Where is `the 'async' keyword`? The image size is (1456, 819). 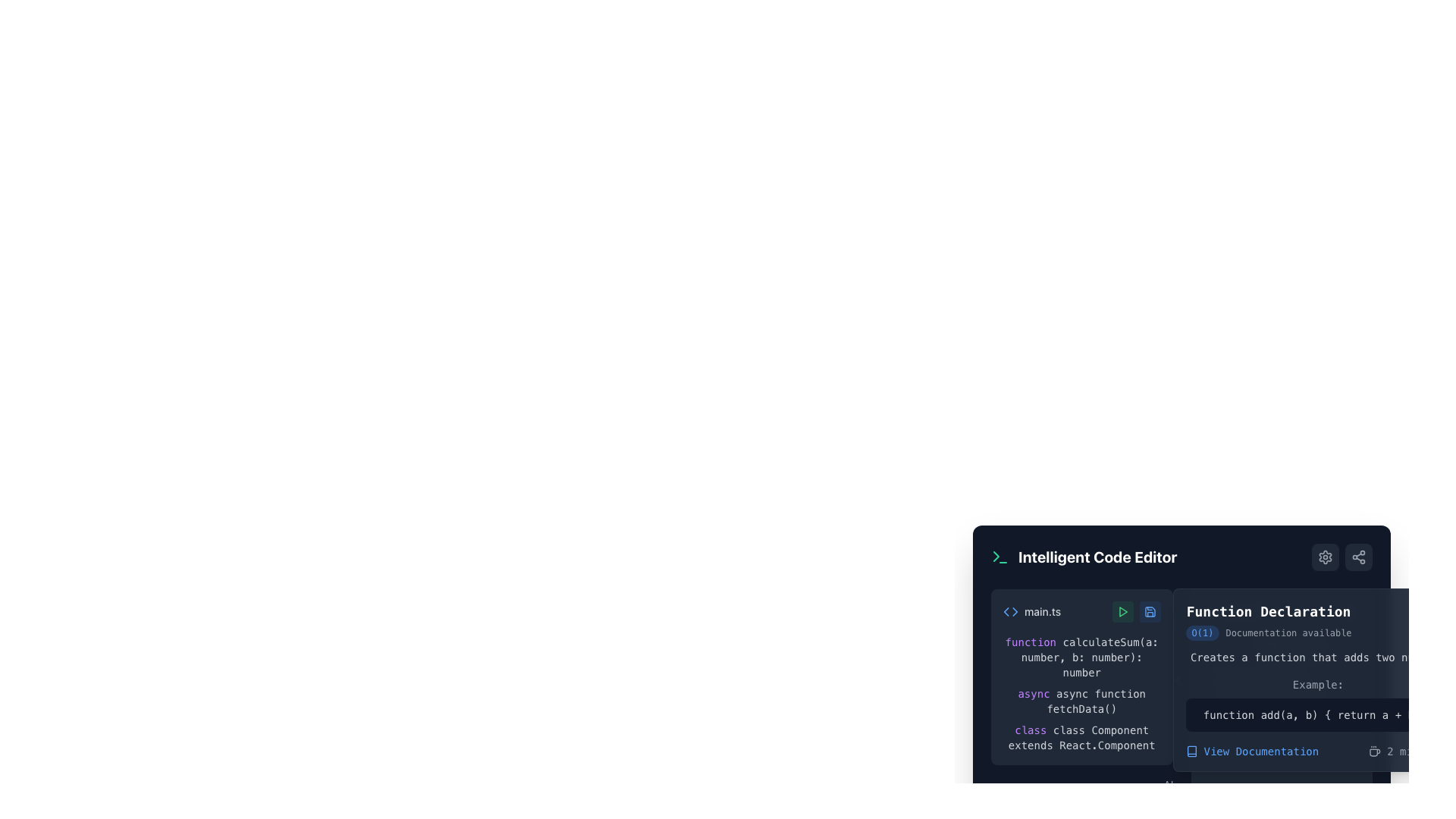
the 'async' keyword is located at coordinates (1033, 693).